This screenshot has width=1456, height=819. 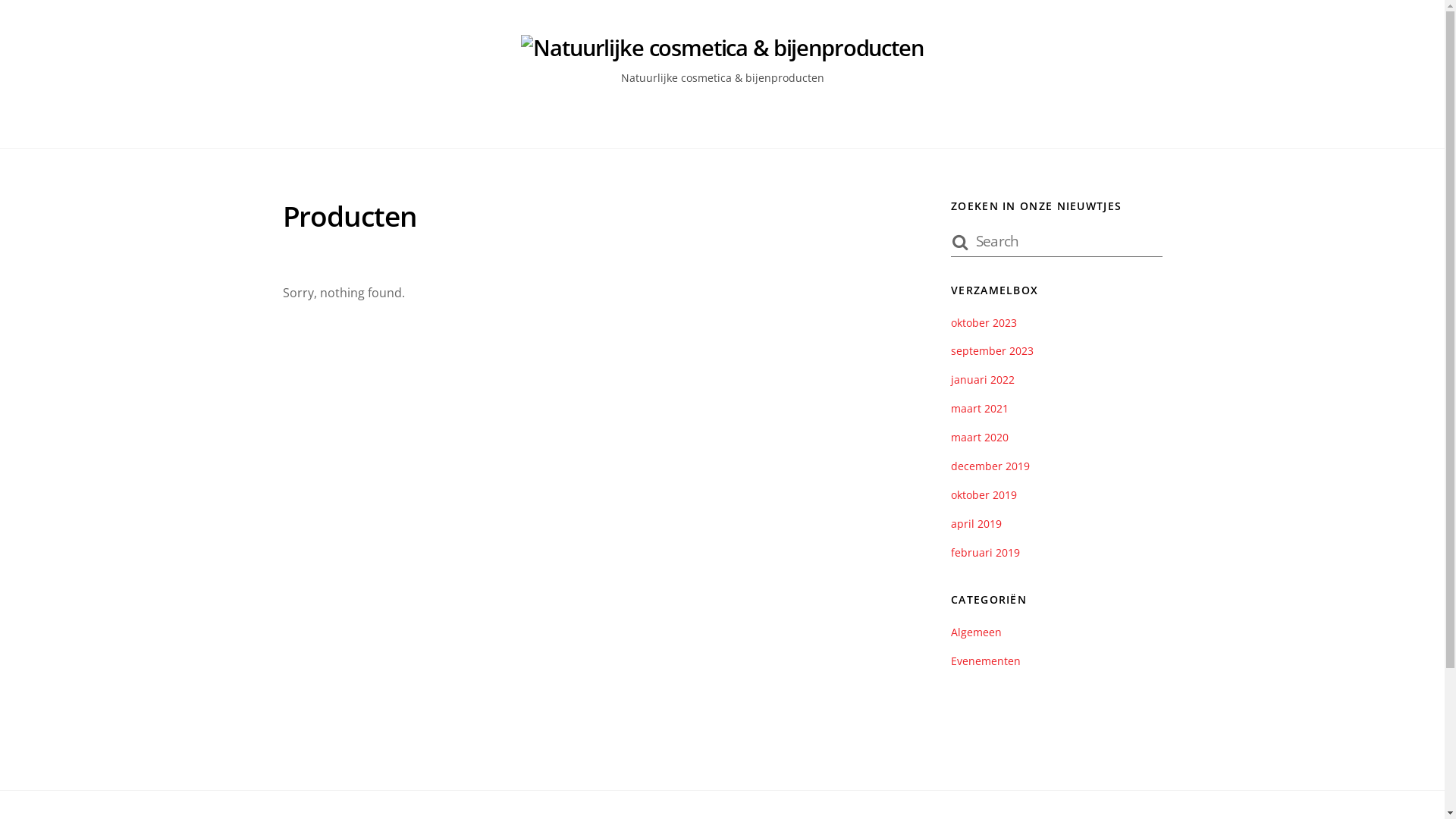 What do you see at coordinates (1055, 239) in the screenshot?
I see `'Search'` at bounding box center [1055, 239].